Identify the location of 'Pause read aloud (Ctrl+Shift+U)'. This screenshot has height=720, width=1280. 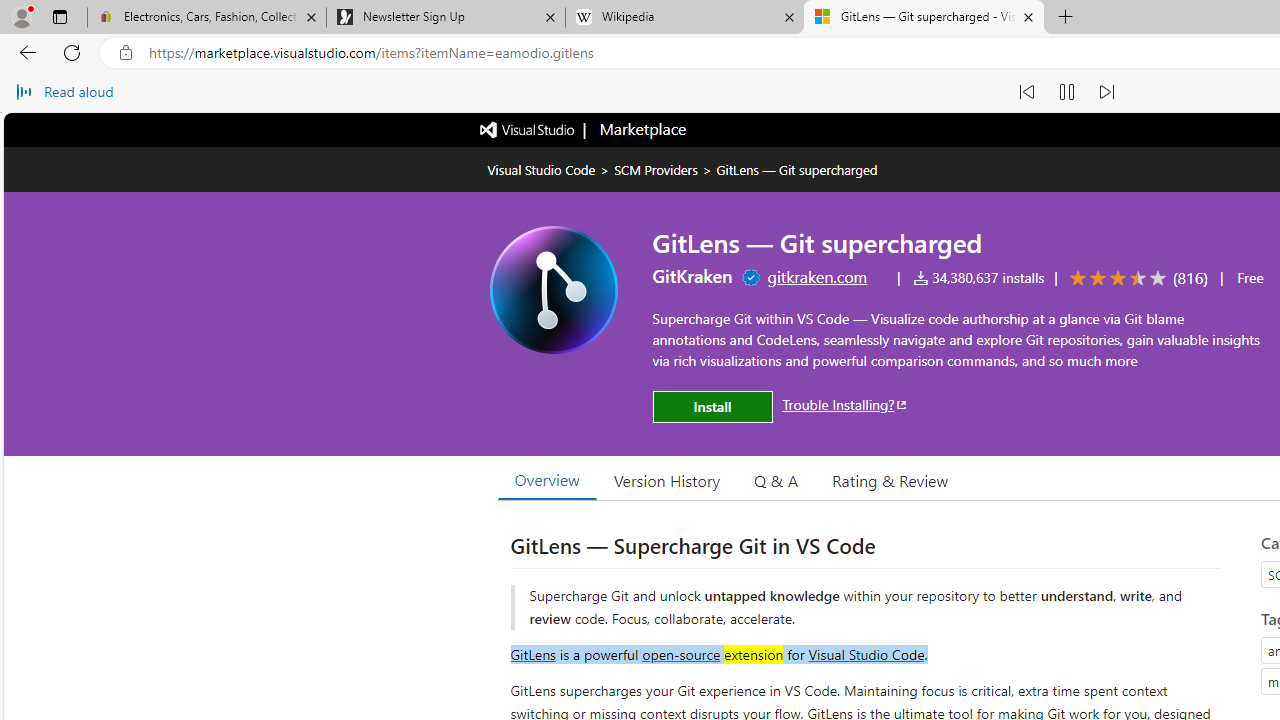
(1065, 92).